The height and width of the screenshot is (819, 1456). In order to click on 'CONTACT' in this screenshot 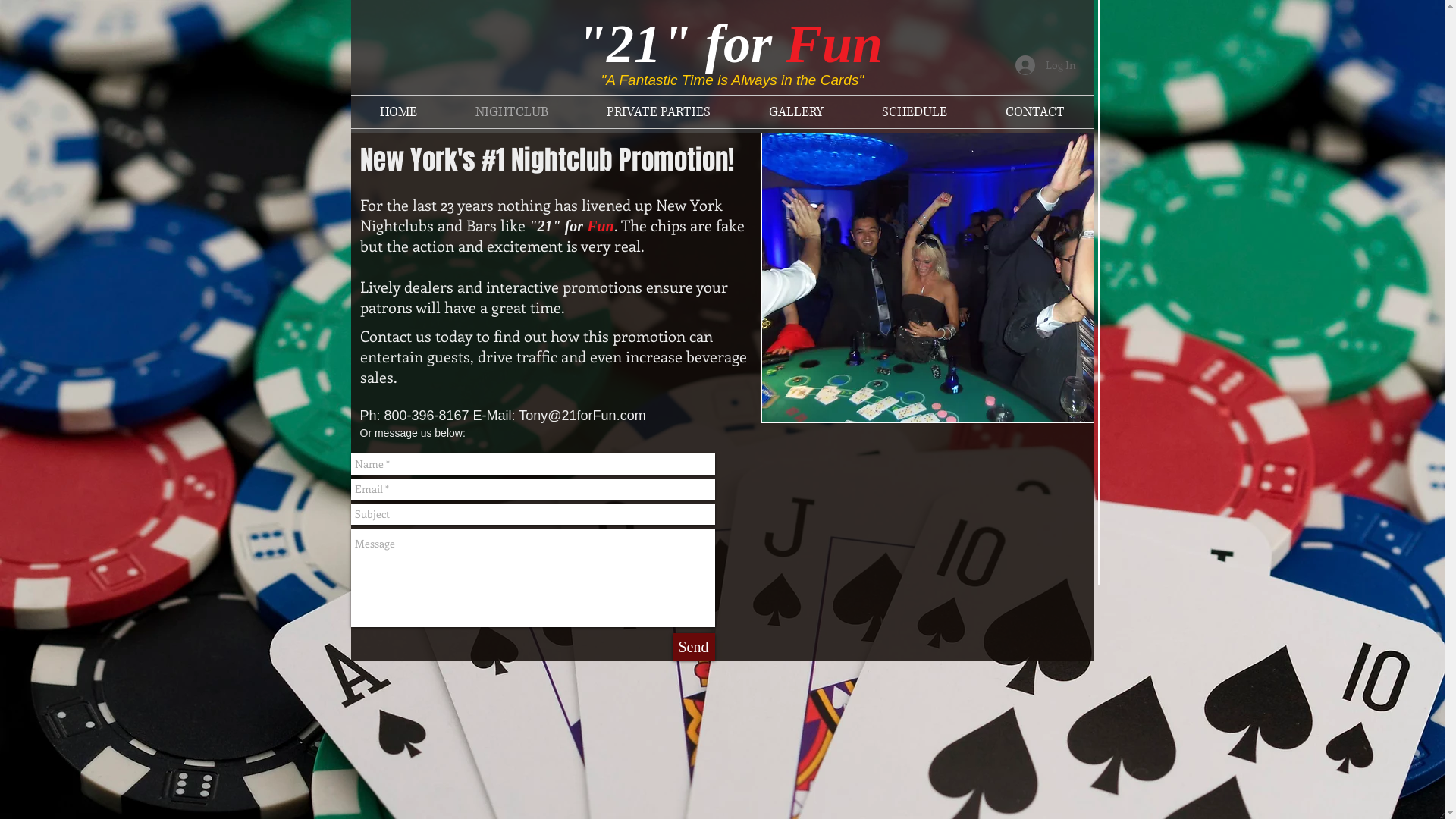, I will do `click(976, 111)`.